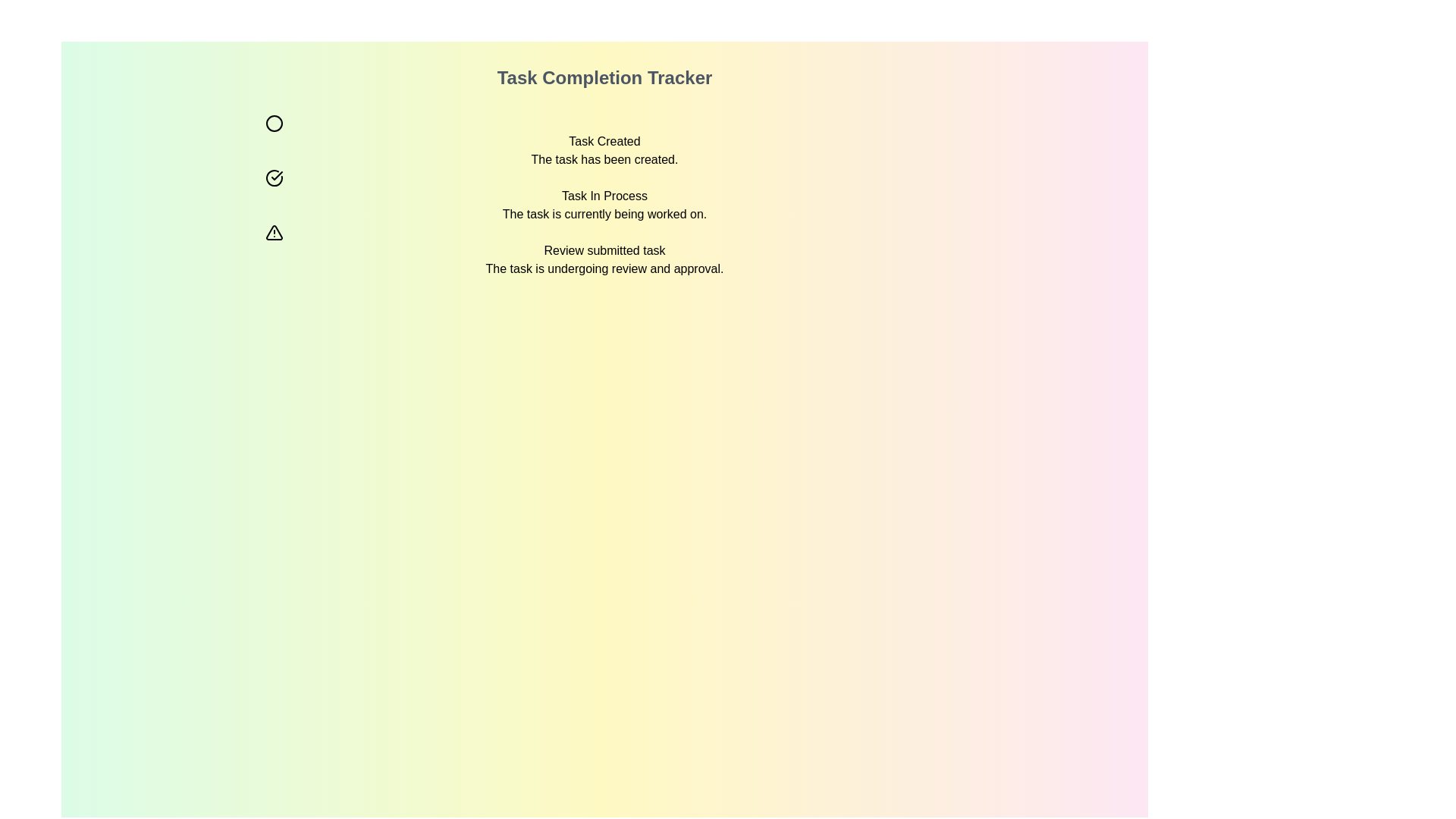 The height and width of the screenshot is (819, 1456). What do you see at coordinates (274, 177) in the screenshot?
I see `the 'Task In Process' icon, which is the second icon in a vertical group of three, indicating an ongoing task status` at bounding box center [274, 177].